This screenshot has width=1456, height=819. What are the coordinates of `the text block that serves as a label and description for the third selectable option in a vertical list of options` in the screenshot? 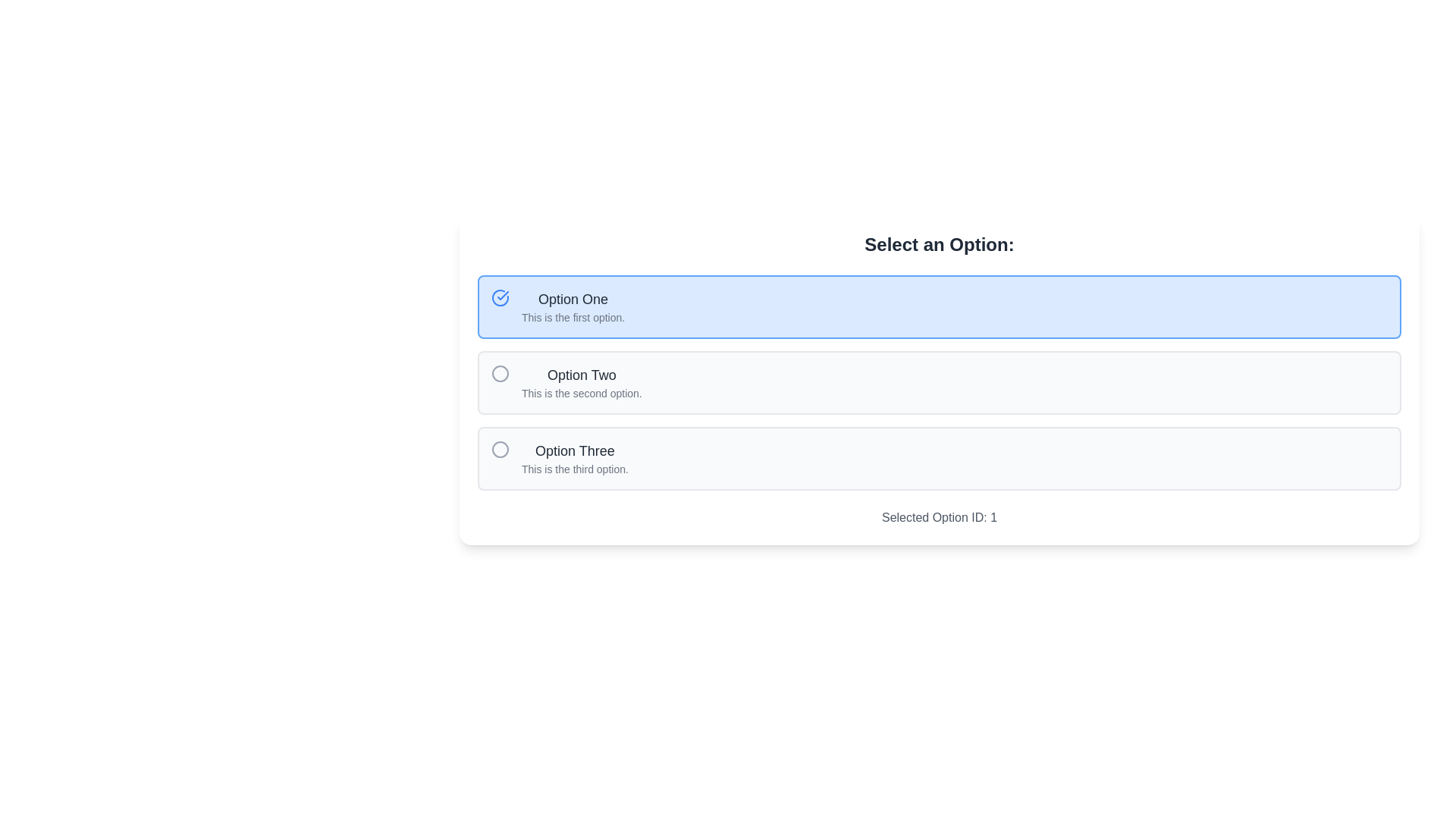 It's located at (574, 458).